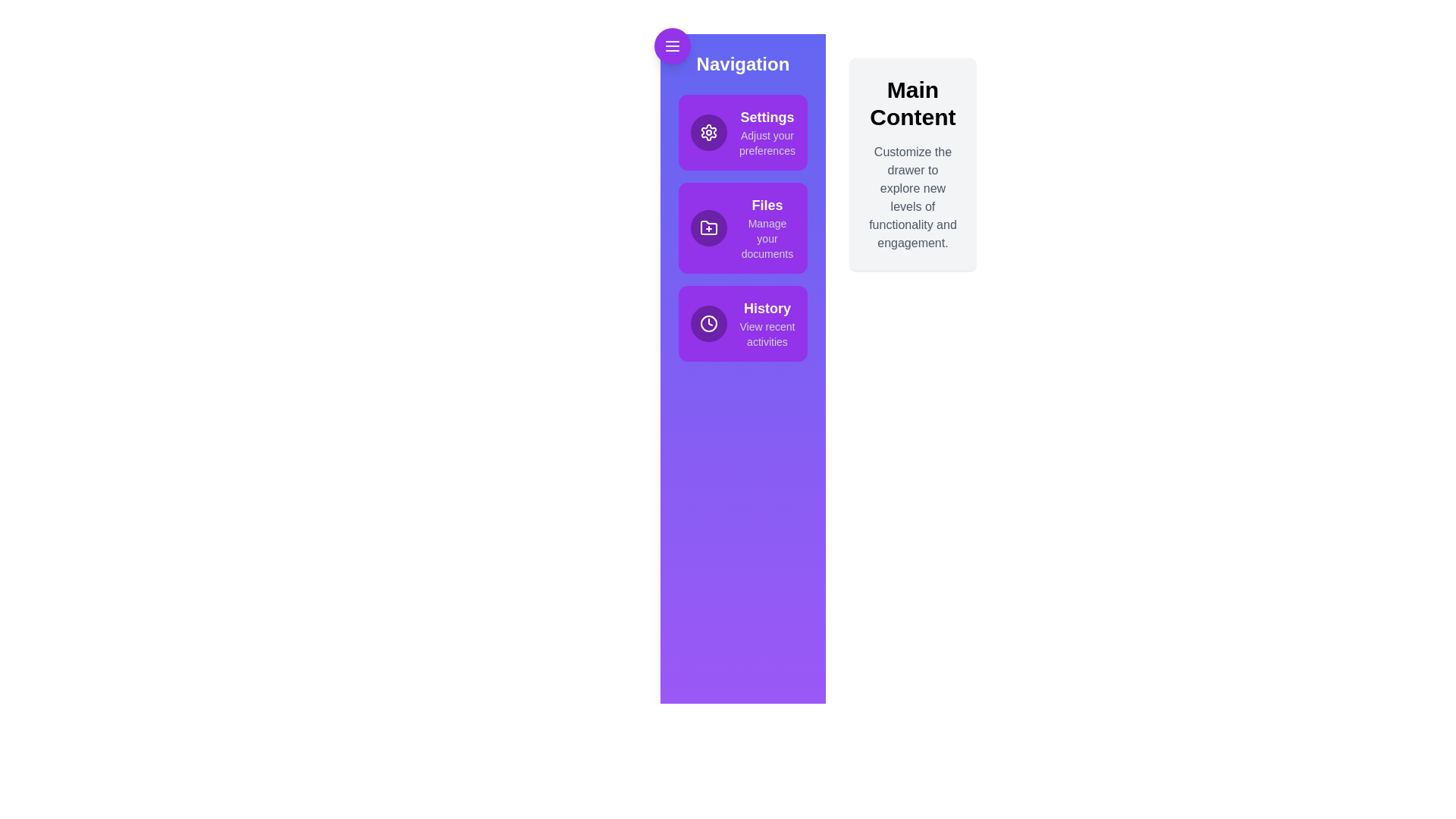  I want to click on the 'History' section to view recent activities, so click(742, 323).